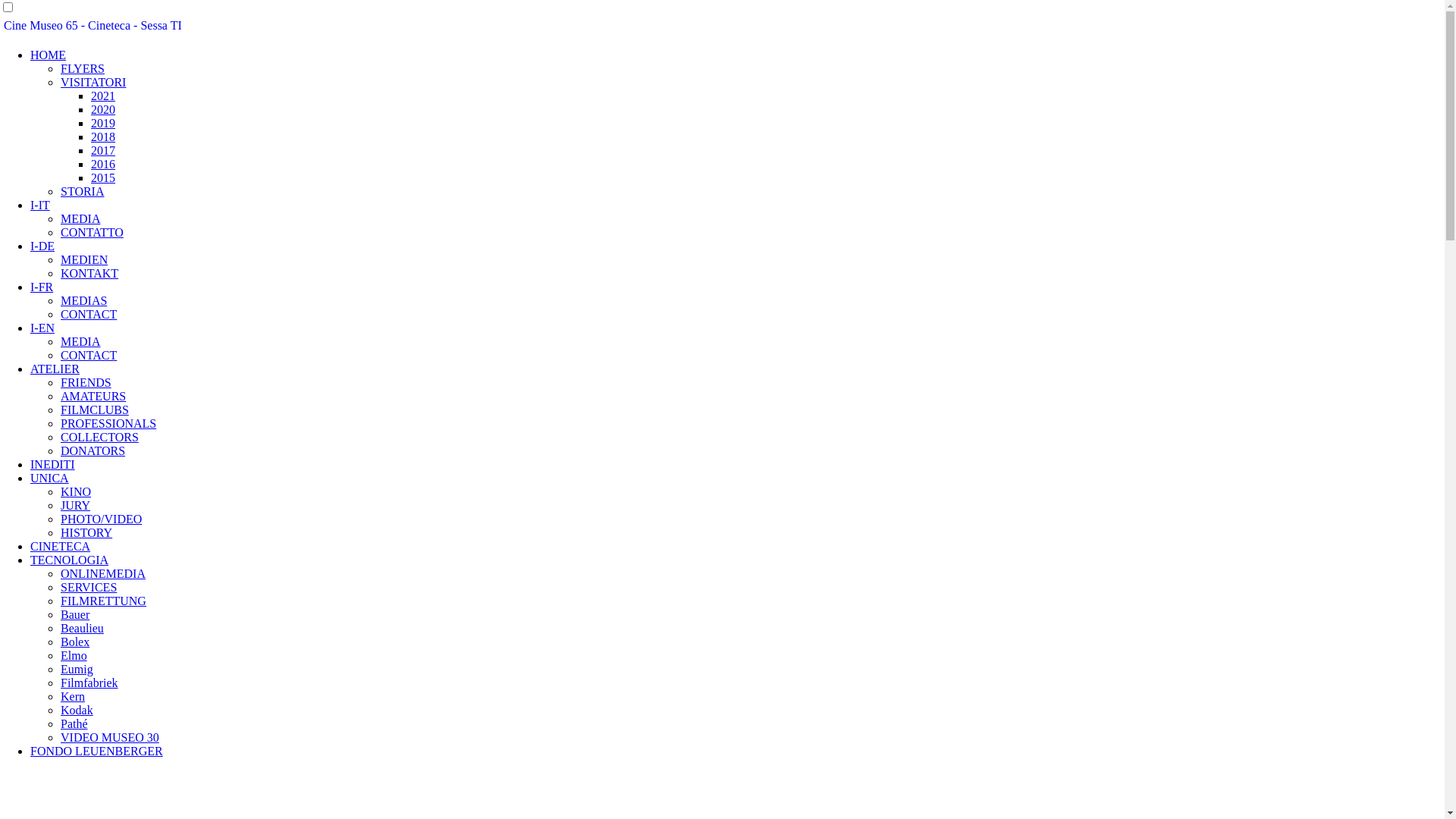  Describe the element at coordinates (74, 642) in the screenshot. I see `'Bolex'` at that location.